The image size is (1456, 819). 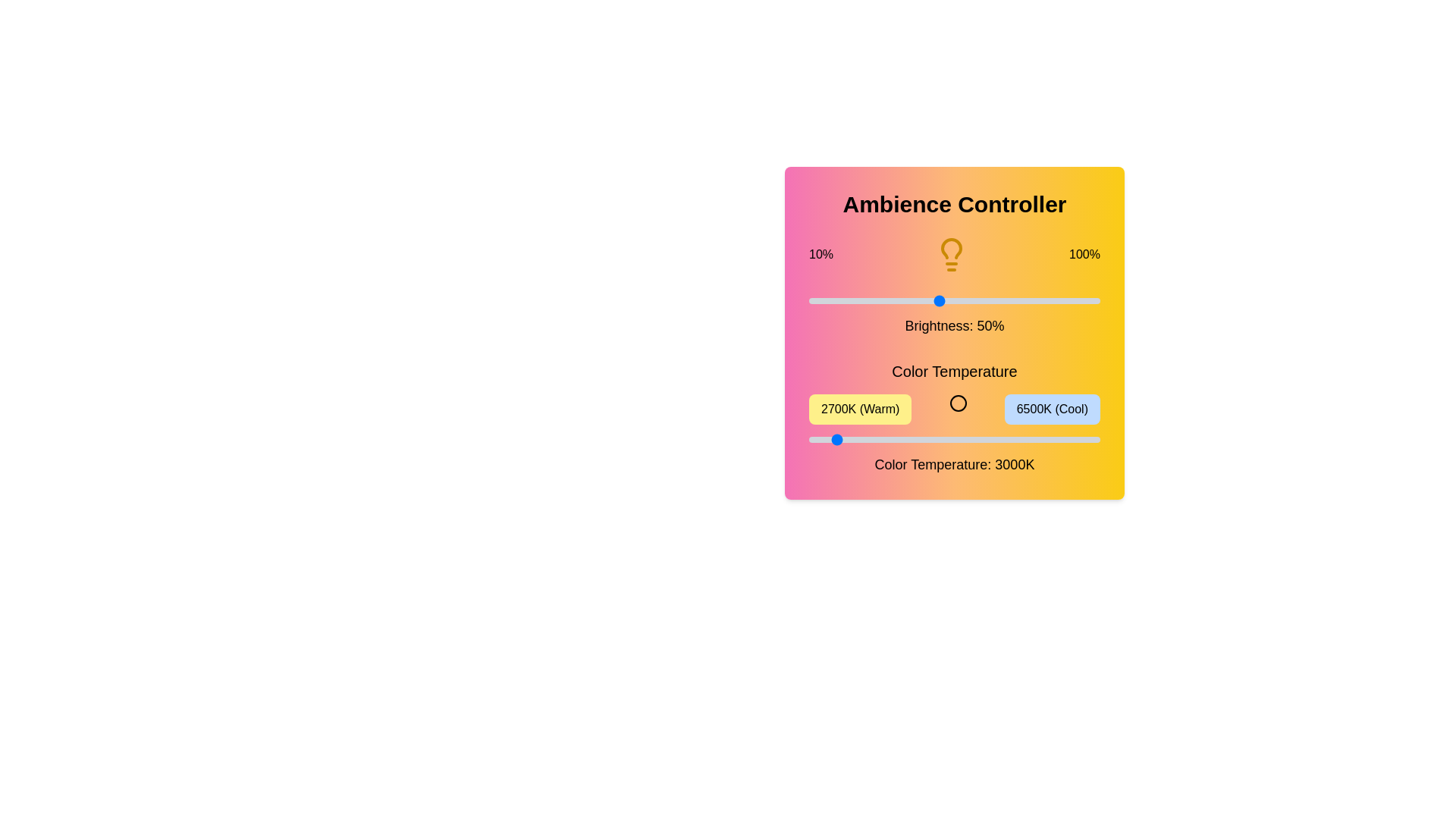 I want to click on the color temperature slider to 6450 K, so click(x=1096, y=439).